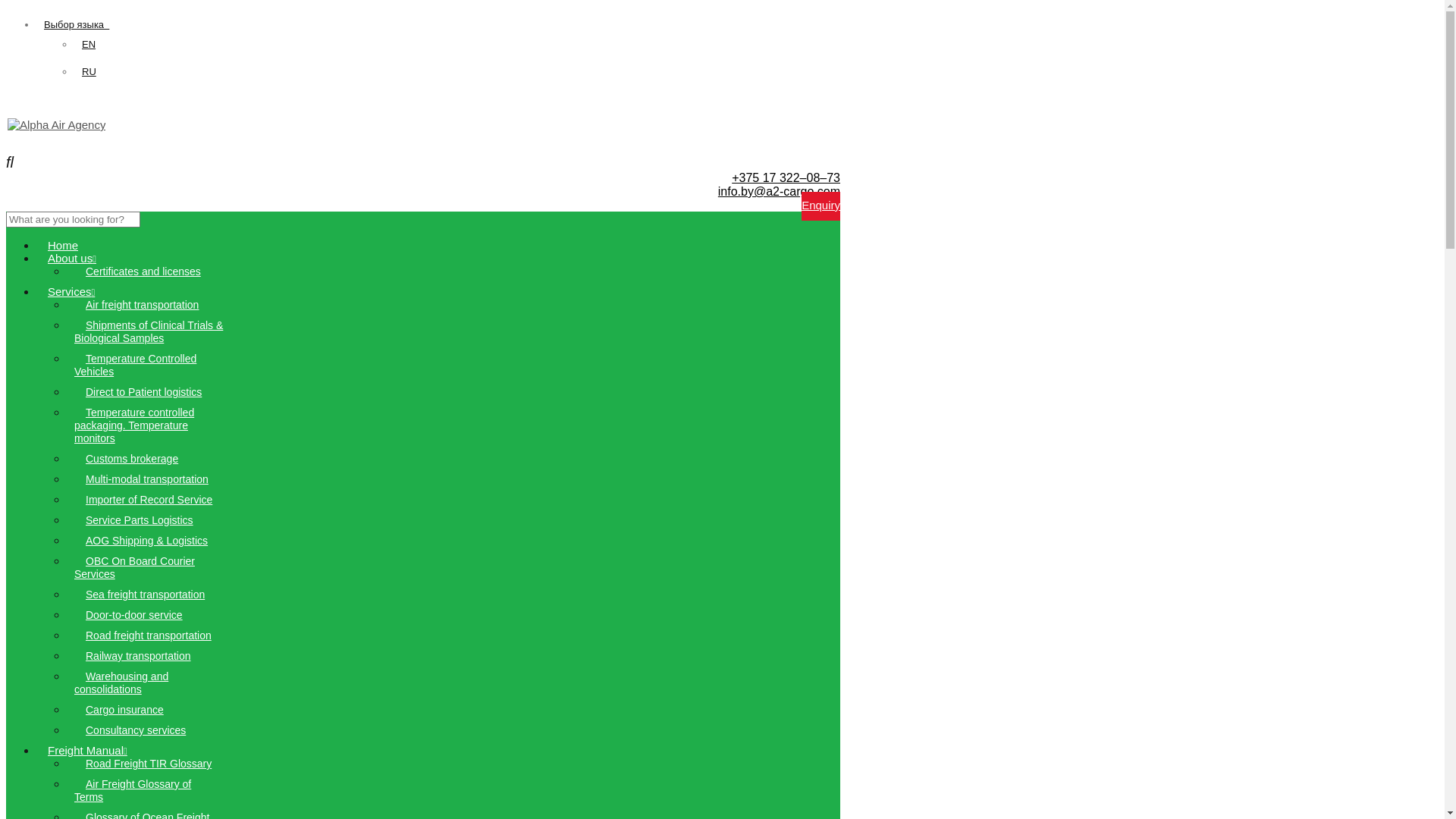  Describe the element at coordinates (134, 614) in the screenshot. I see `'Door-to-door service'` at that location.